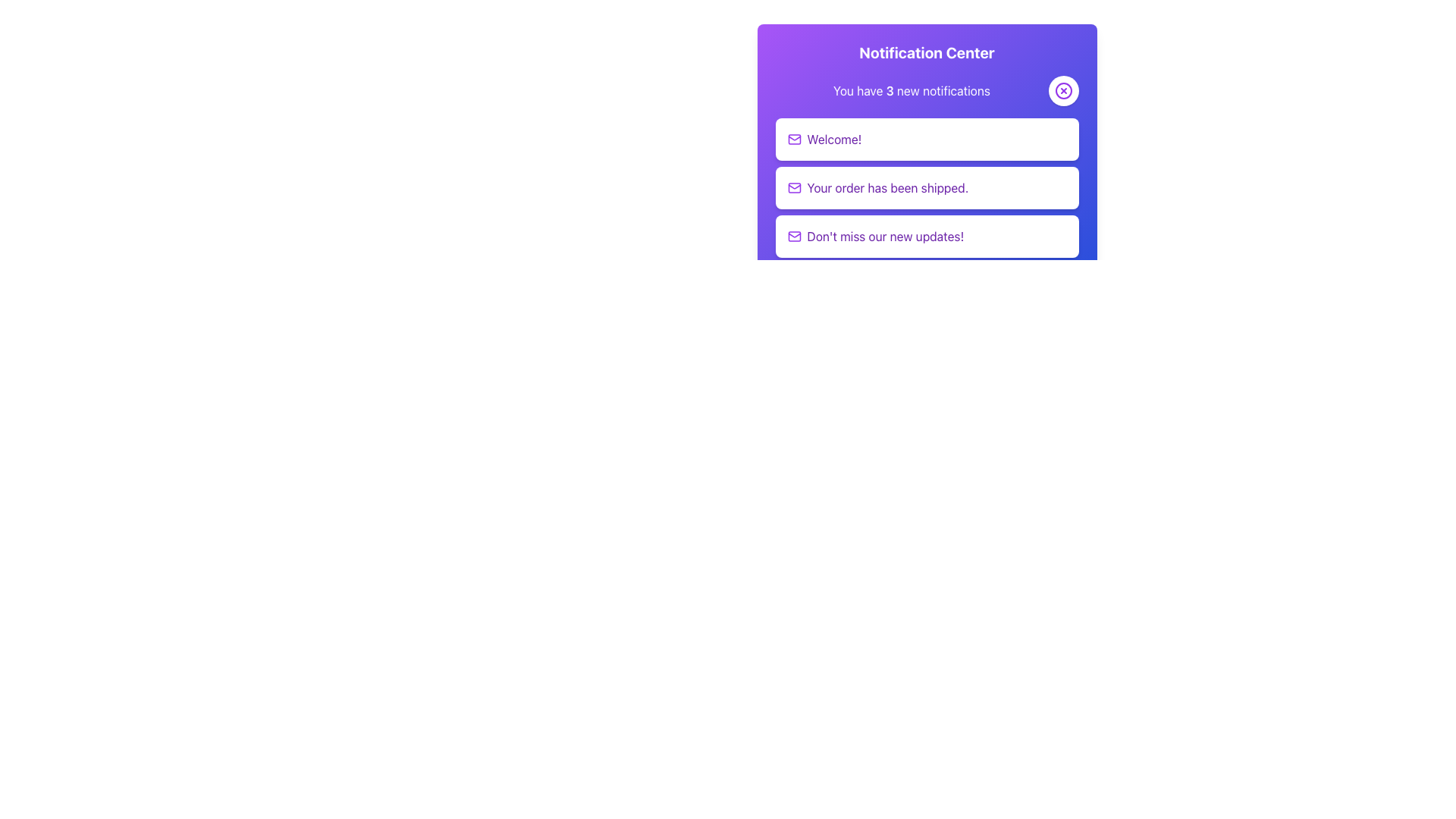 Image resolution: width=1456 pixels, height=819 pixels. Describe the element at coordinates (885, 237) in the screenshot. I see `the Text Label displaying the message "Don't miss our new updates!" which is part of a notification interface` at that location.